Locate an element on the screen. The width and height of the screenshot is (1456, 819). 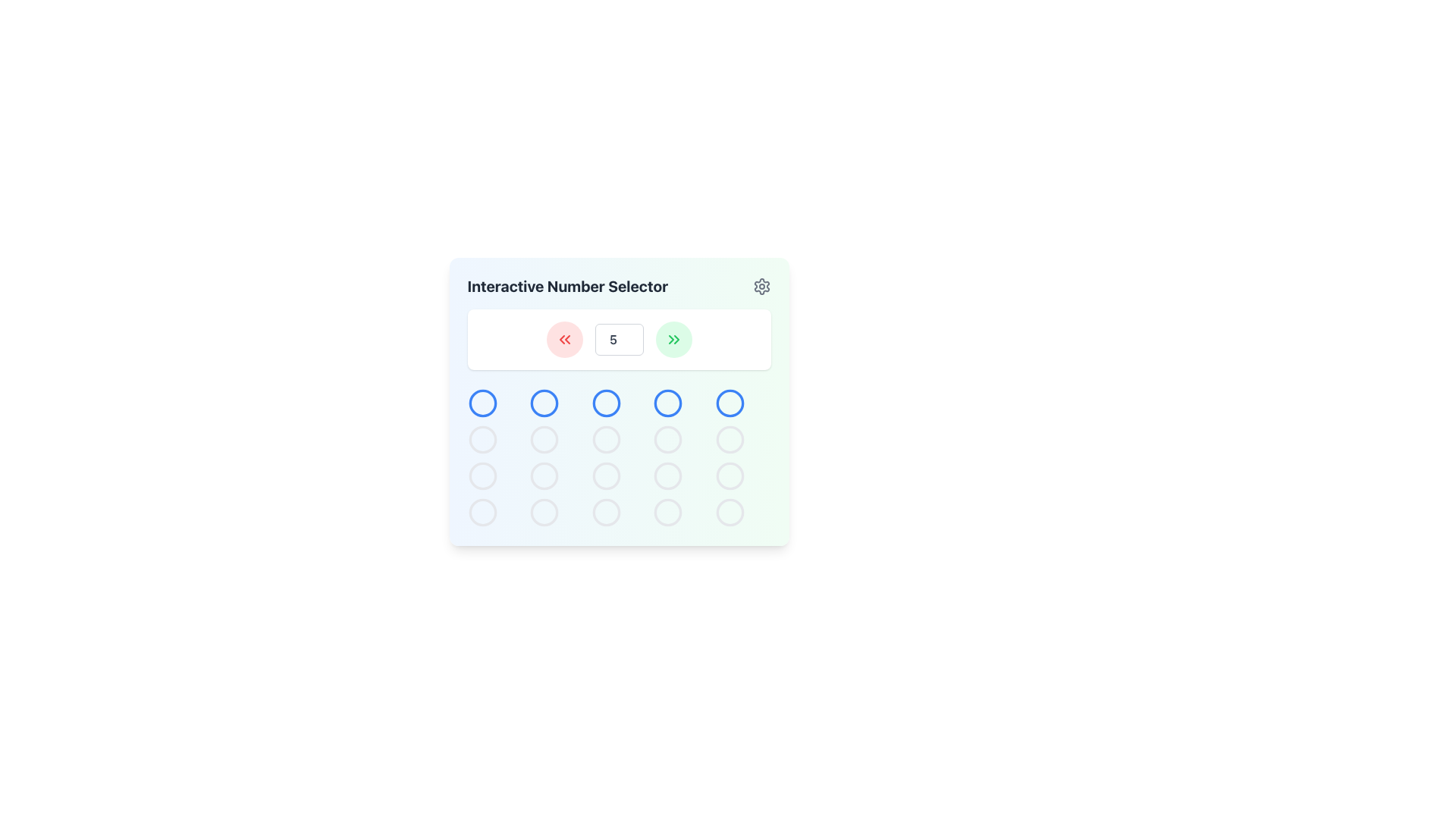
the inactive icon located in the last row and first column of the grid of circular icons is located at coordinates (482, 512).